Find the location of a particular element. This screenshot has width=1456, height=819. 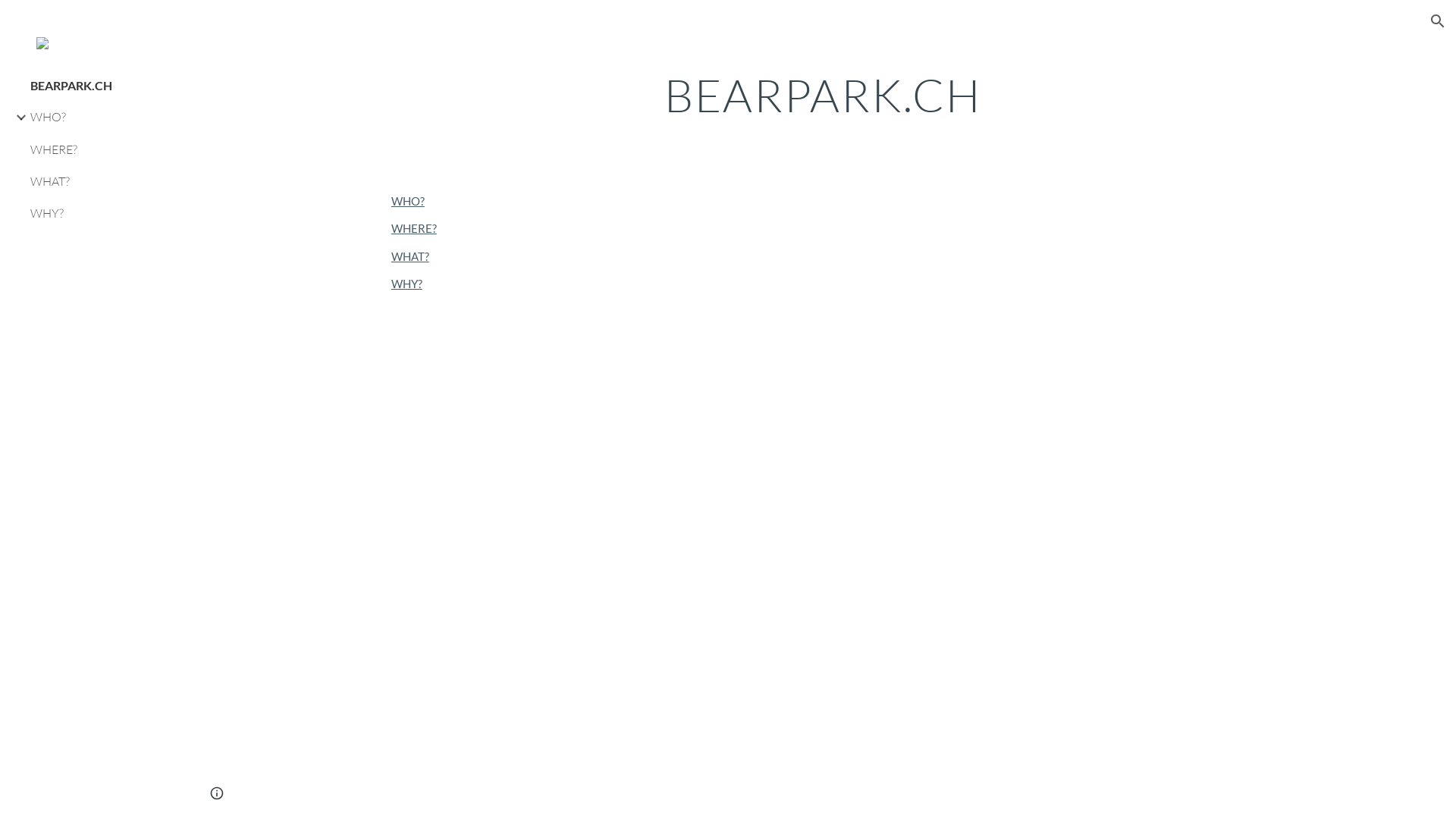

'WHY?' is located at coordinates (406, 284).